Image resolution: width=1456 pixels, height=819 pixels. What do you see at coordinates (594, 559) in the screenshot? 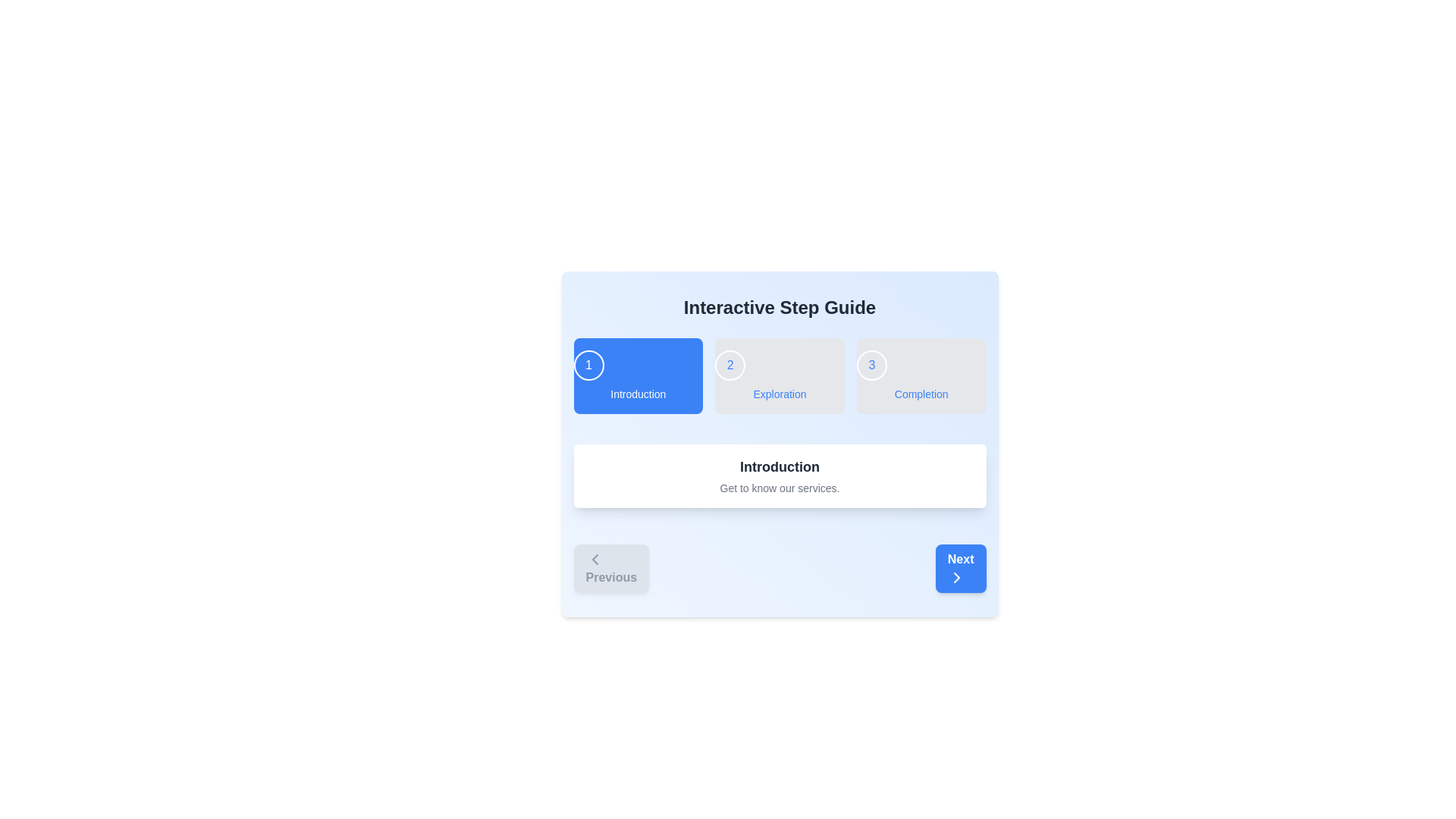
I see `the 'Previous' button which contains the directional icon indicating navigation to the previous step` at bounding box center [594, 559].